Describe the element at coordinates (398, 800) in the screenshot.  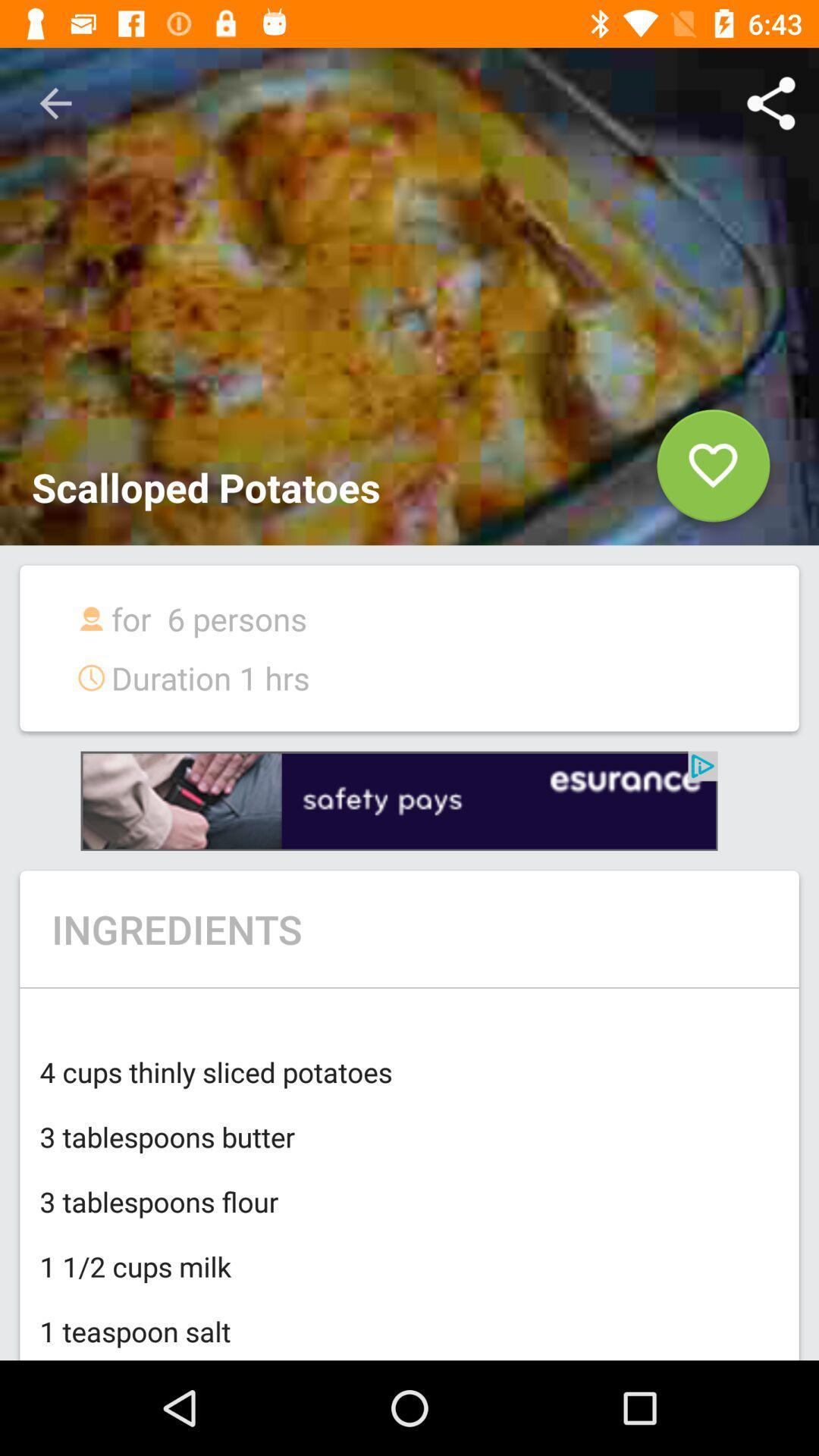
I see `next to option` at that location.